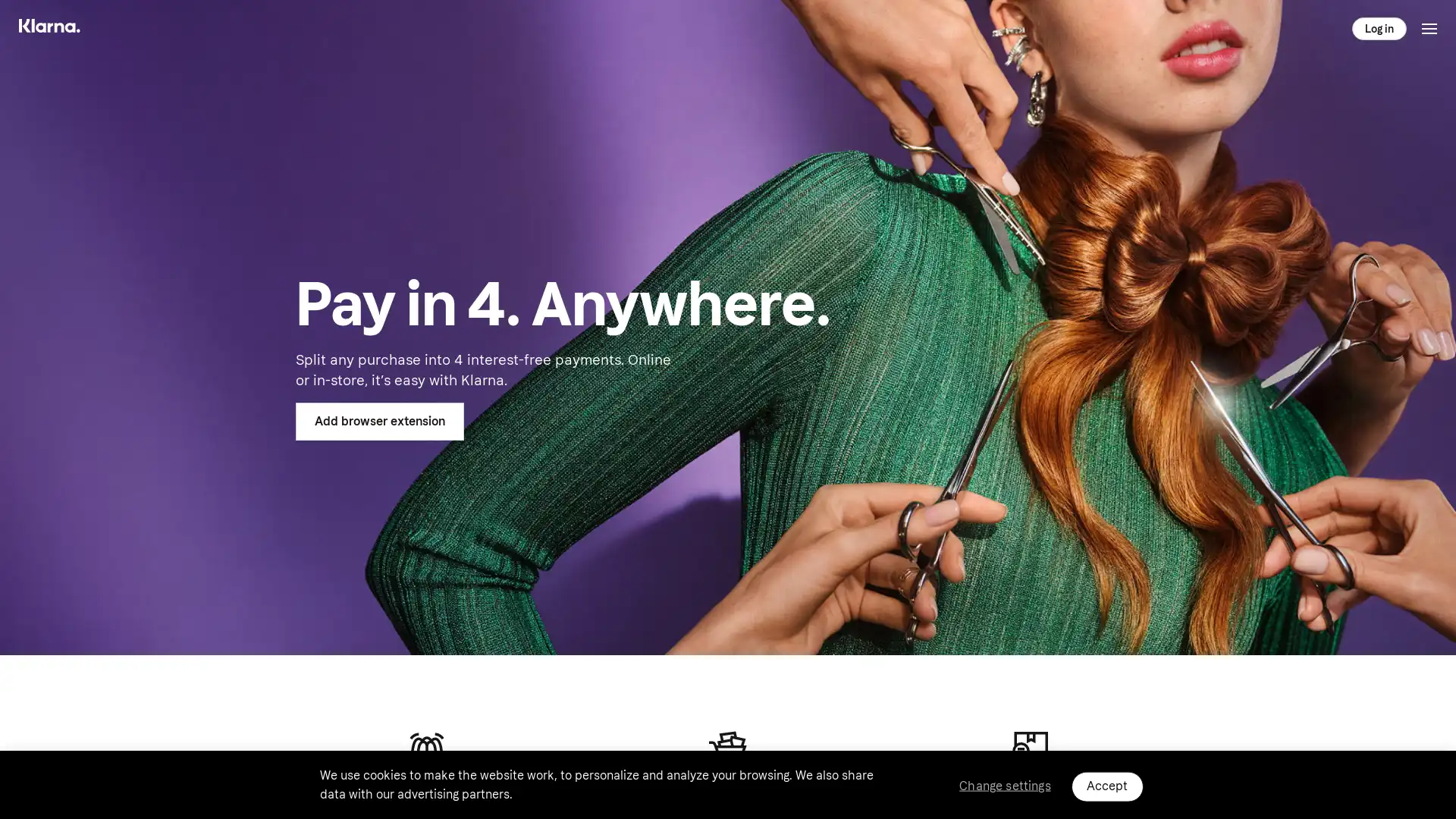 Image resolution: width=1456 pixels, height=819 pixels. What do you see at coordinates (1429, 28) in the screenshot?
I see `Toggle menu` at bounding box center [1429, 28].